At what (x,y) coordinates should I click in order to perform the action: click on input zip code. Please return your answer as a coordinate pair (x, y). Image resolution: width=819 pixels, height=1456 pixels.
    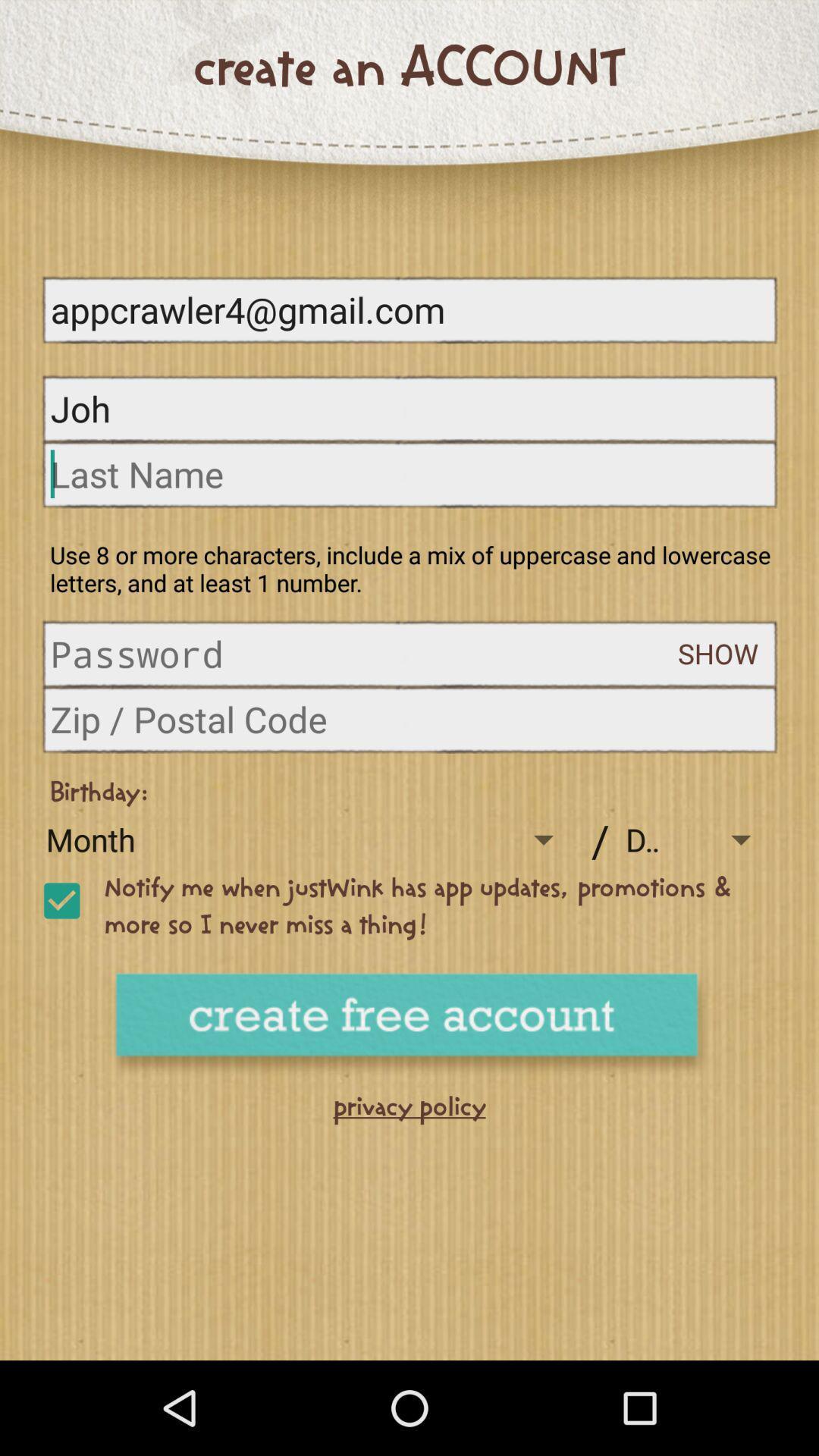
    Looking at the image, I should click on (409, 718).